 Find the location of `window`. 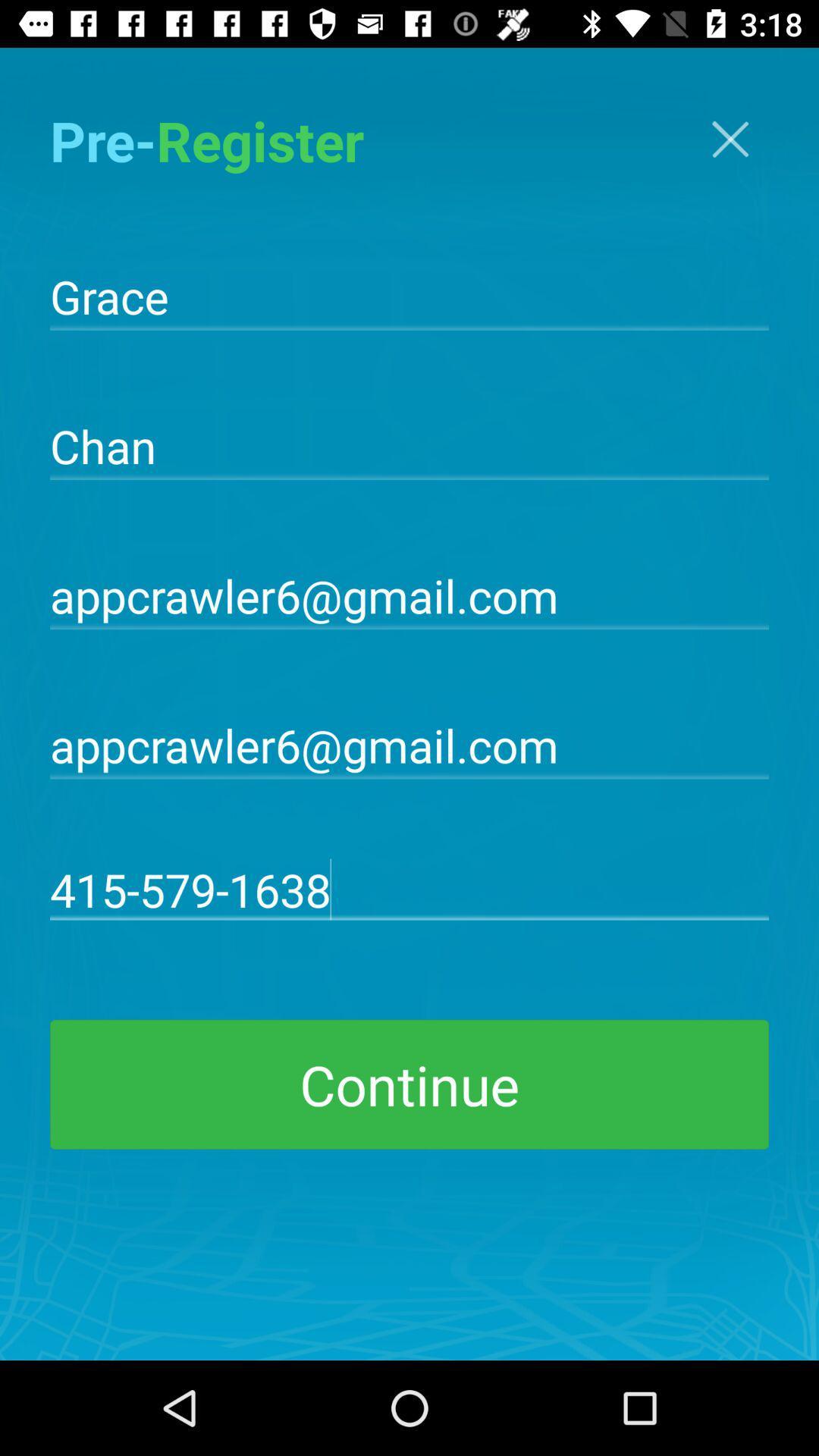

window is located at coordinates (730, 139).